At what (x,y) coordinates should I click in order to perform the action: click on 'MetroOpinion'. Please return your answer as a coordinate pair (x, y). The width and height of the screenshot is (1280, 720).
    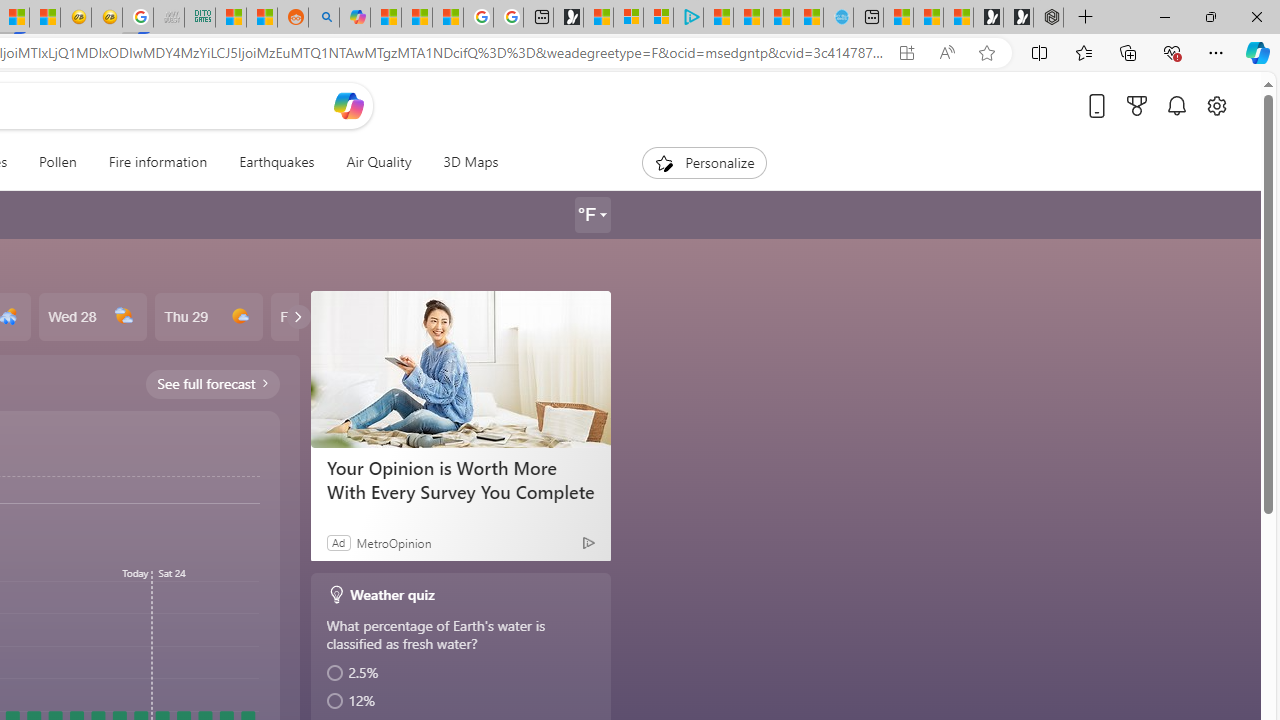
    Looking at the image, I should click on (393, 542).